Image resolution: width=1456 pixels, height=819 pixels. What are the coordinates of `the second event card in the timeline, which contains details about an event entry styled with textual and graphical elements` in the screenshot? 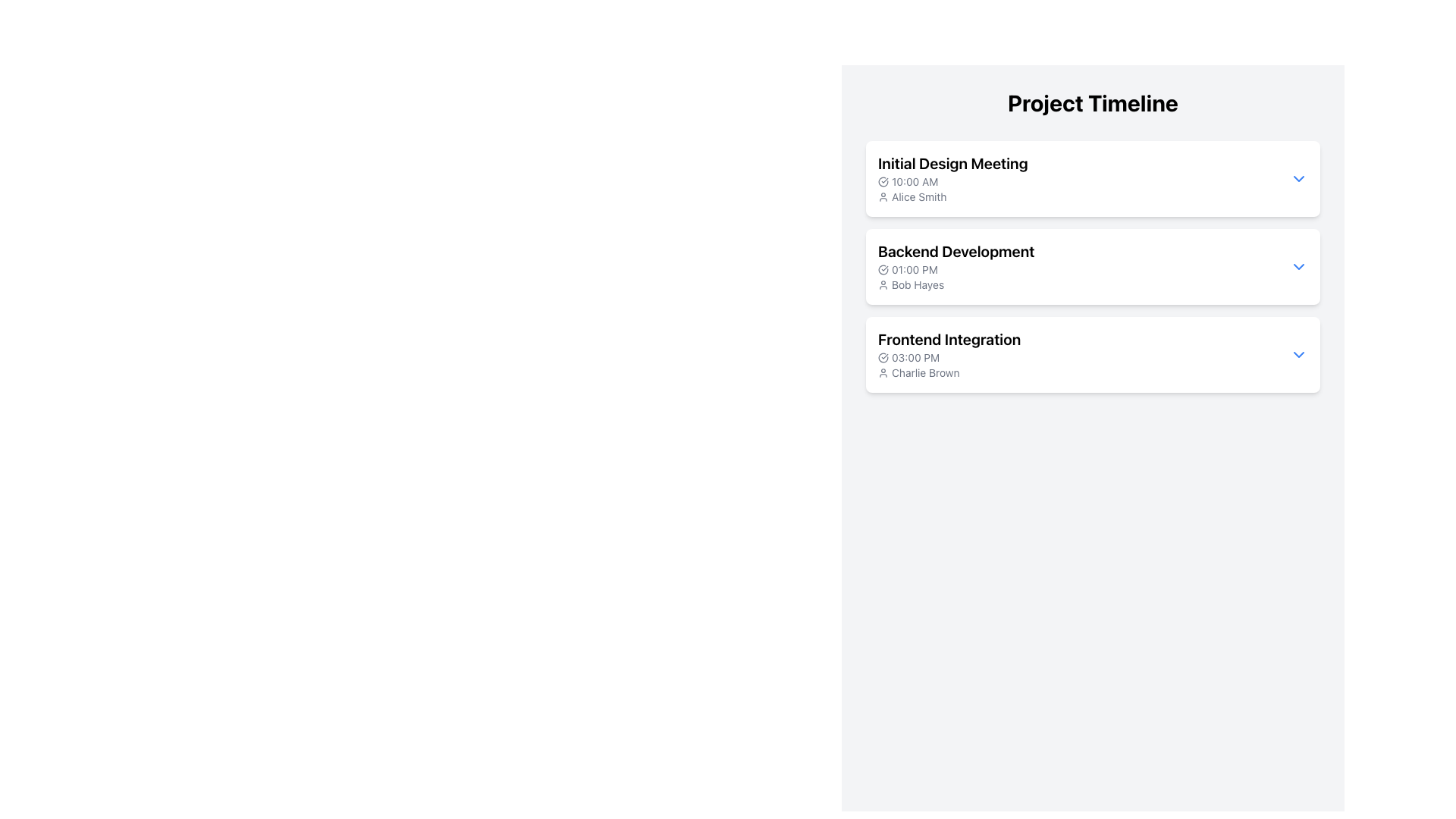 It's located at (1093, 265).